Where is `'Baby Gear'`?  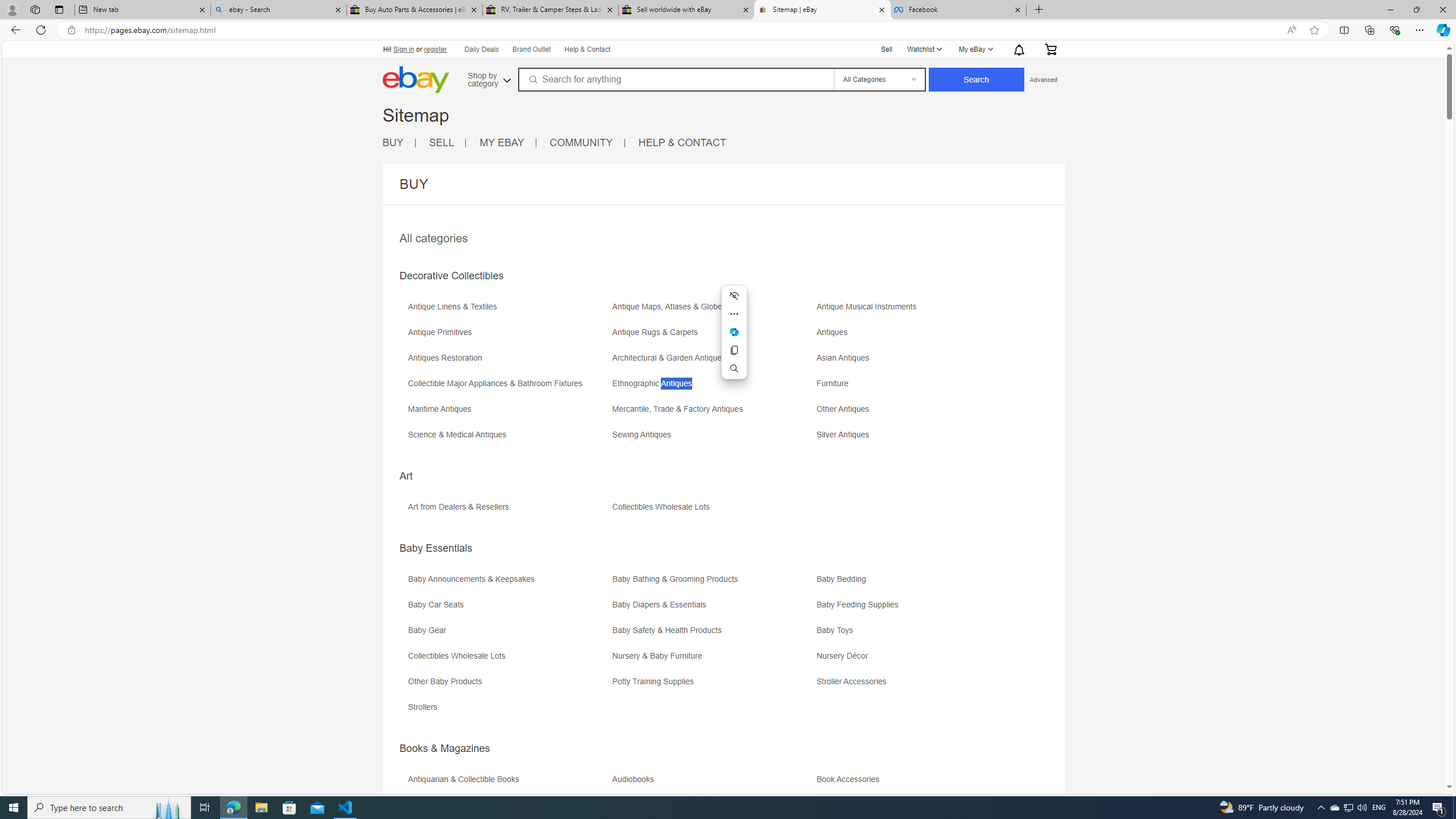
'Baby Gear' is located at coordinates (429, 630).